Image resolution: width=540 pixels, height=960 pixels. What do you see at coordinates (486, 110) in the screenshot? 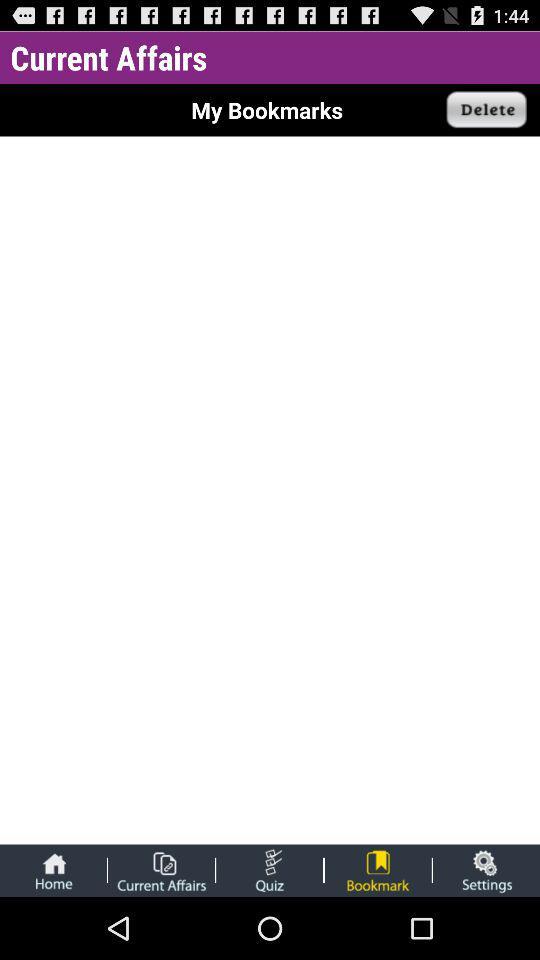
I see `delete selected bookmarks` at bounding box center [486, 110].